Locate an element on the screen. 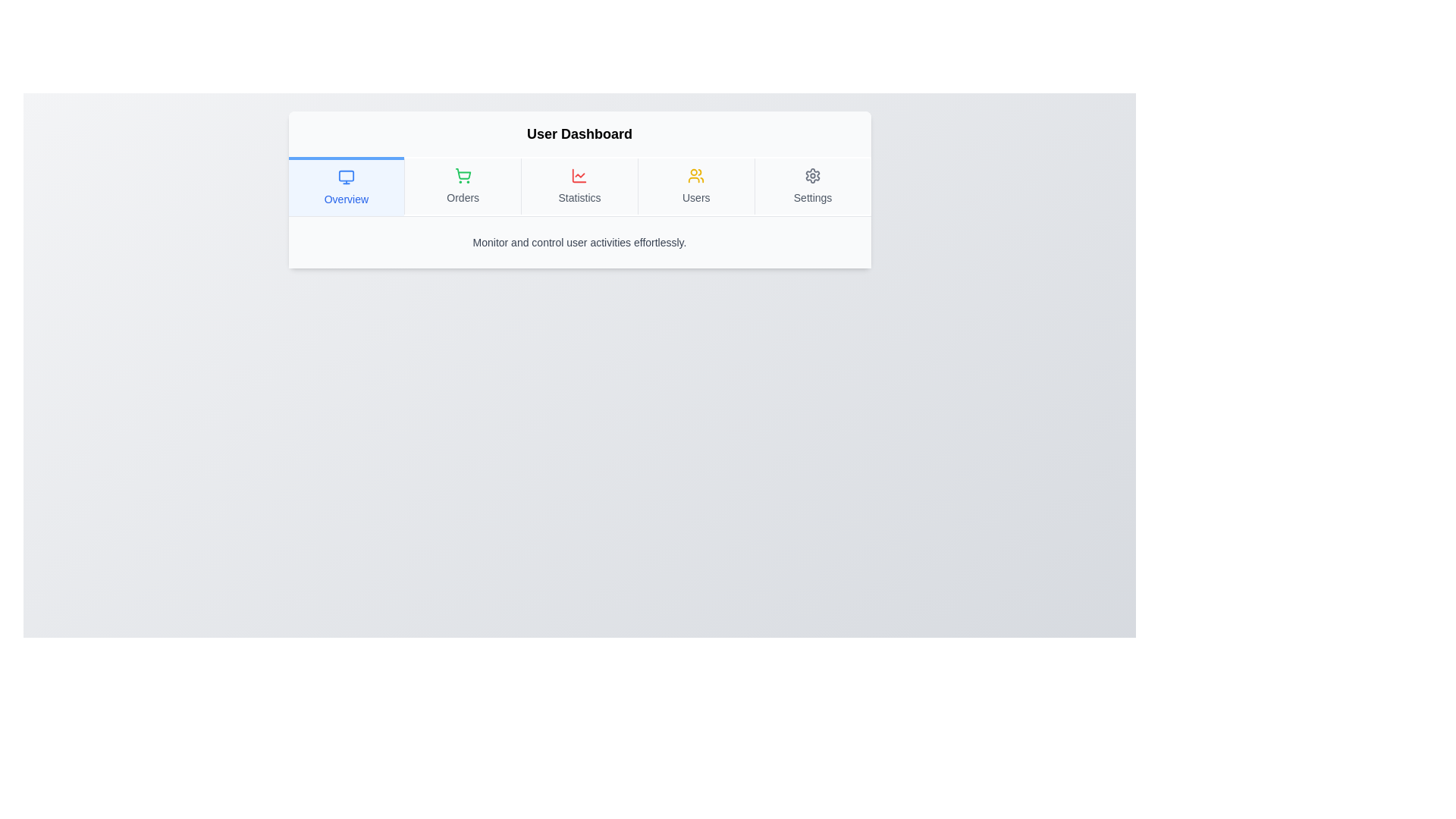  the third navigation button, located between the 'Orders' button and the 'Users' button is located at coordinates (578, 186).